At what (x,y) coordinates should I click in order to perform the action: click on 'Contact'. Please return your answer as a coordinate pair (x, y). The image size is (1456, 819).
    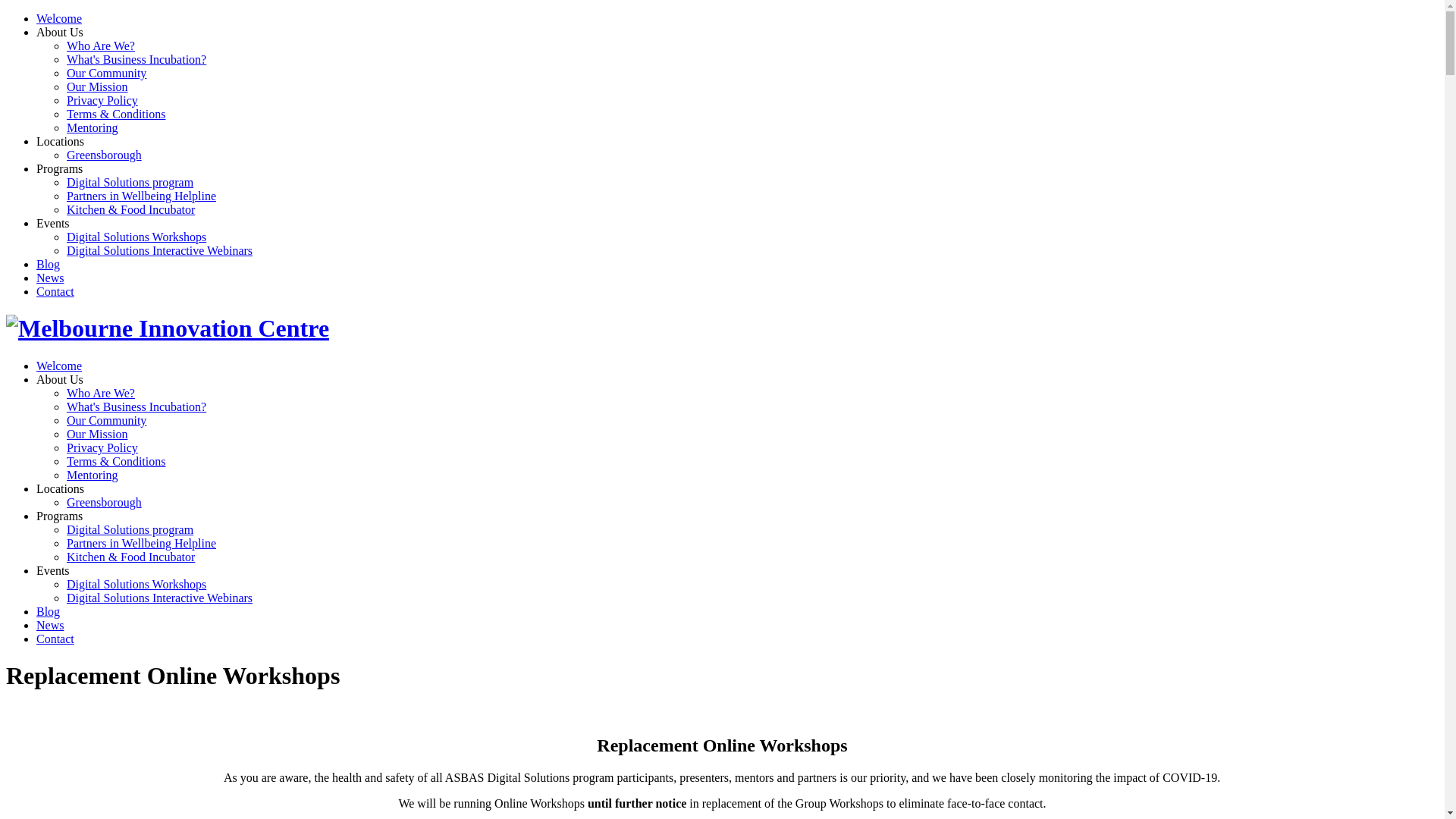
    Looking at the image, I should click on (55, 639).